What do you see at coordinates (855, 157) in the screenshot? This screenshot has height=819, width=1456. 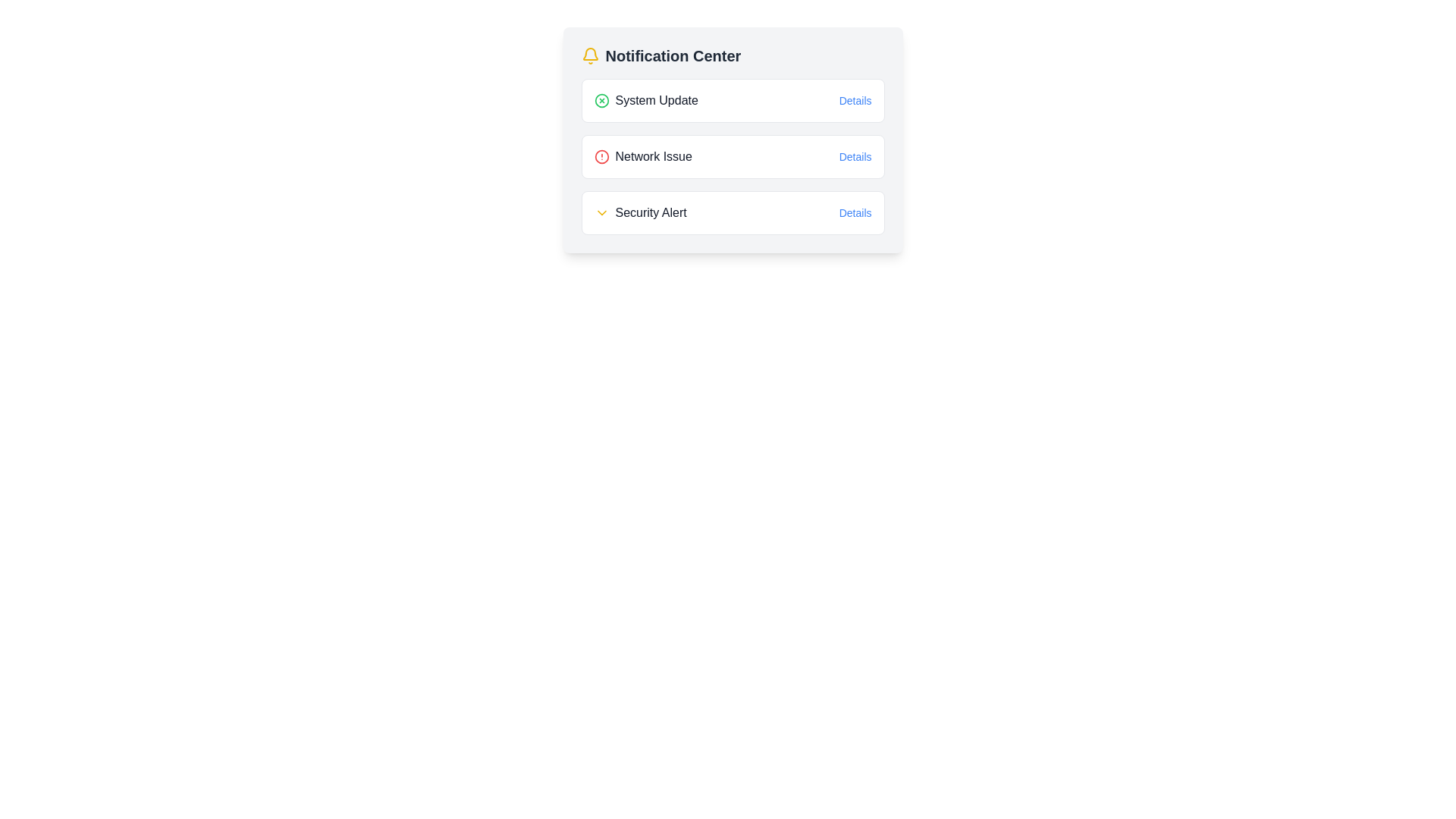 I see `the blue-colored text link labeled 'Details', which is styled as a hyperlink and positioned to the far right of the 'Network Issue' label` at bounding box center [855, 157].